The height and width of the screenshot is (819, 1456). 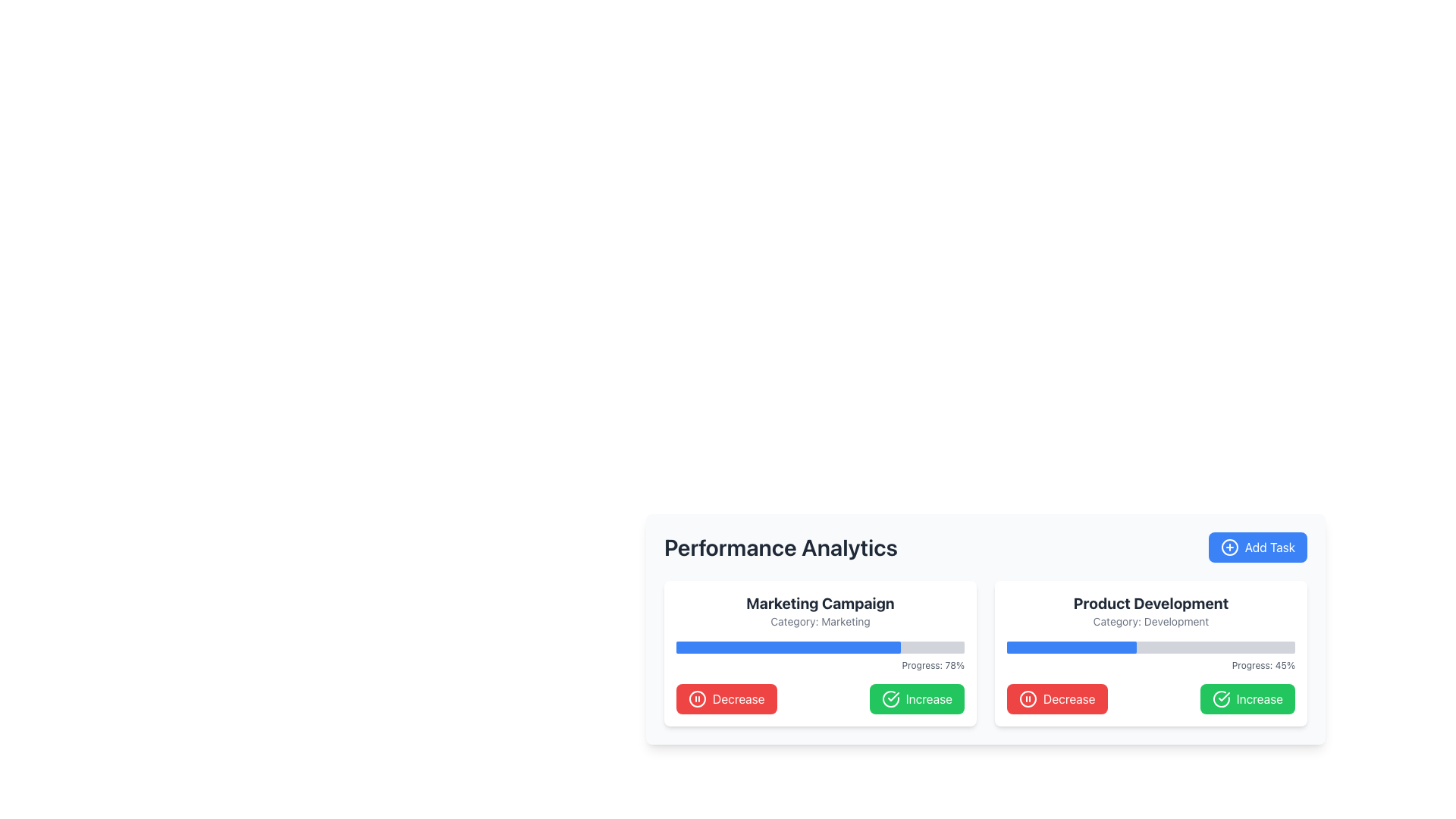 I want to click on the text label that indicates the category of the corresponding campaign, located directly under the title 'Marketing Campaign' and above the progress bar, so click(x=819, y=622).